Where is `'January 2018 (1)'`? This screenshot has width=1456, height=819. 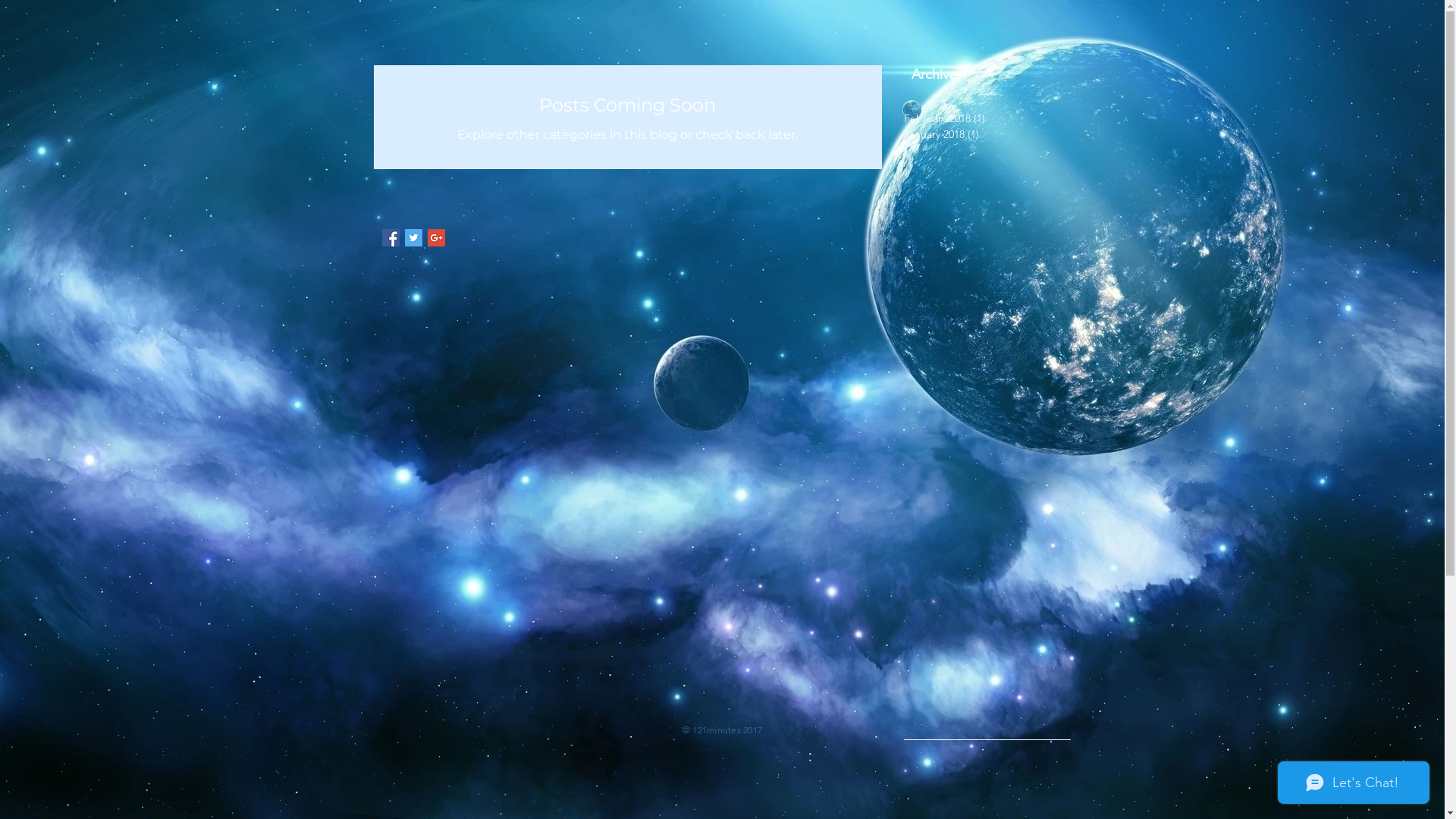
'January 2018 (1)' is located at coordinates (983, 133).